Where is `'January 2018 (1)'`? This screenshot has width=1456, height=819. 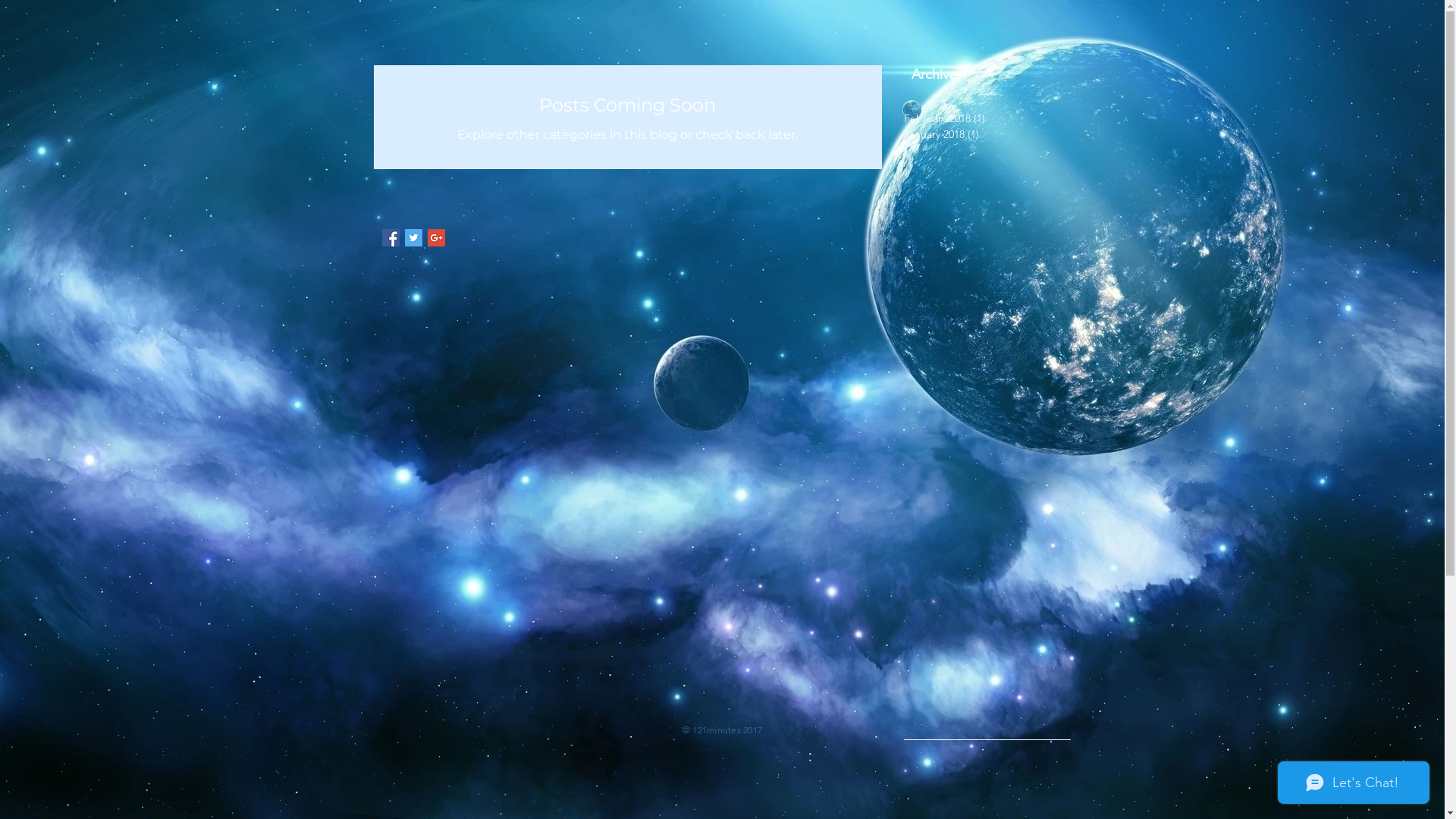
'January 2018 (1)' is located at coordinates (983, 133).